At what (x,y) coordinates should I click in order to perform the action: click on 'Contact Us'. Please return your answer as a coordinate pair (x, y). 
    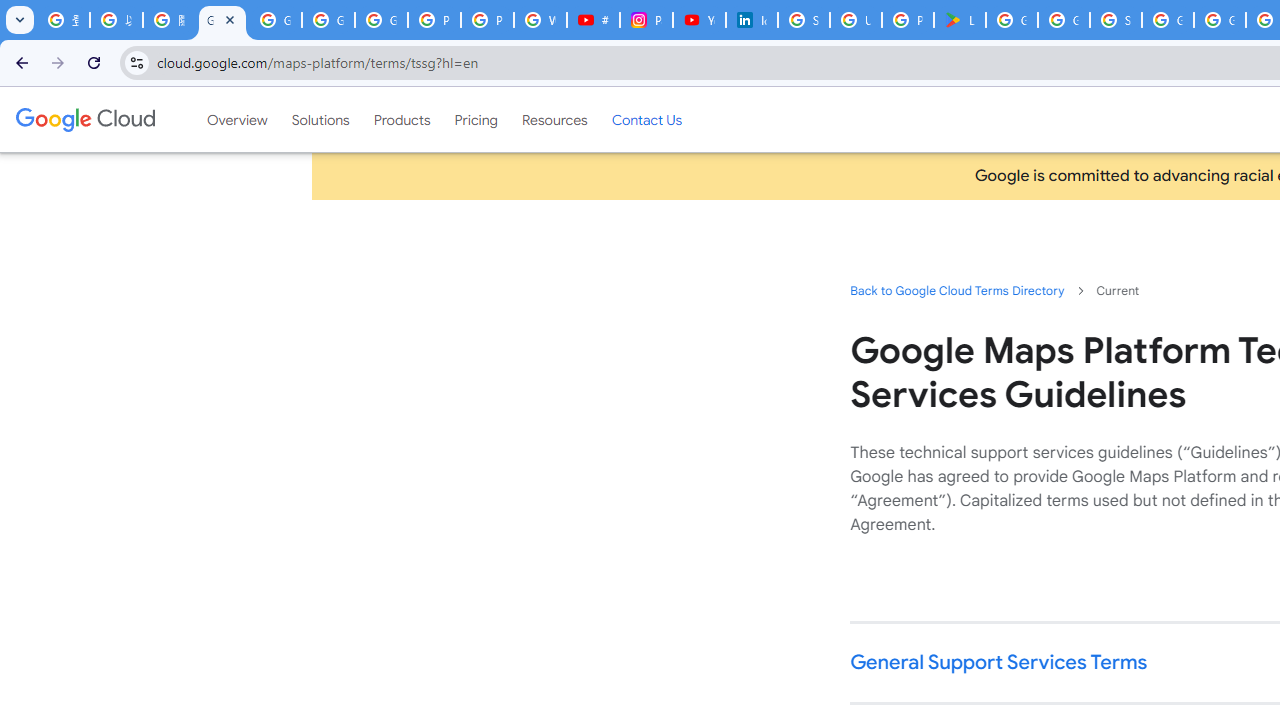
    Looking at the image, I should click on (647, 119).